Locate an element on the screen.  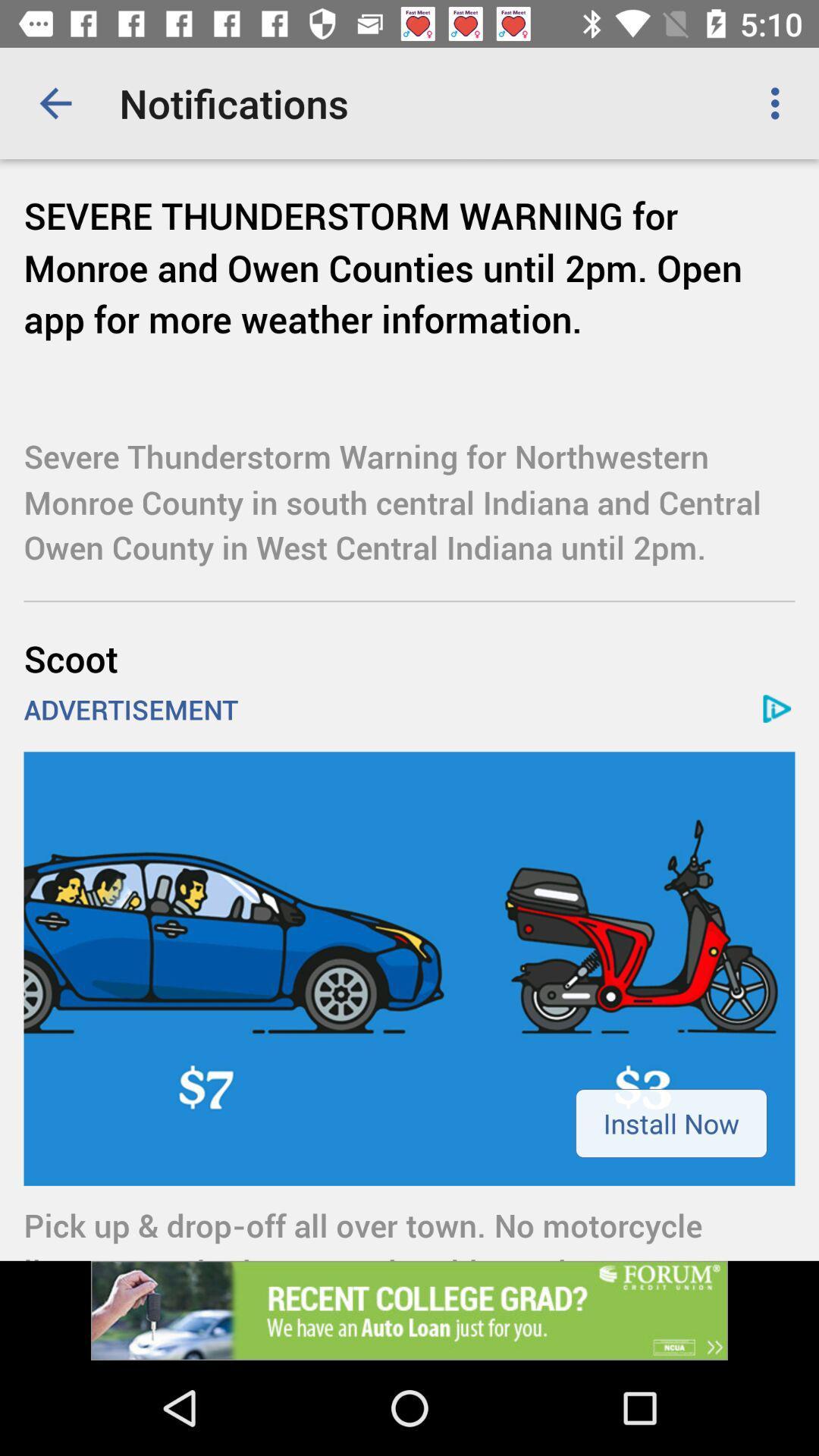
advertisement is located at coordinates (409, 1310).